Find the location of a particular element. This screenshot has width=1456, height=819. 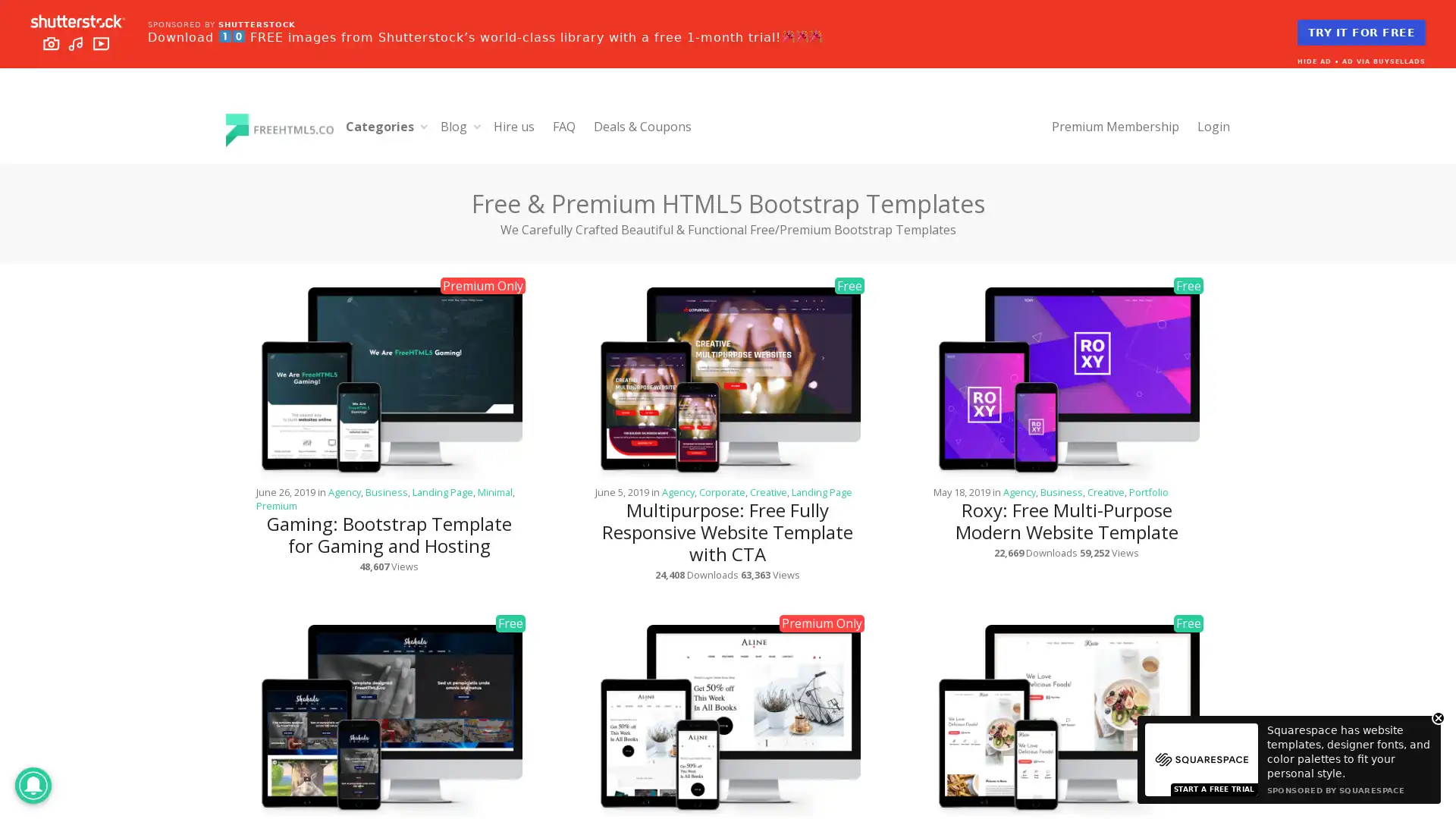

Expand child menu is located at coordinates (476, 125).